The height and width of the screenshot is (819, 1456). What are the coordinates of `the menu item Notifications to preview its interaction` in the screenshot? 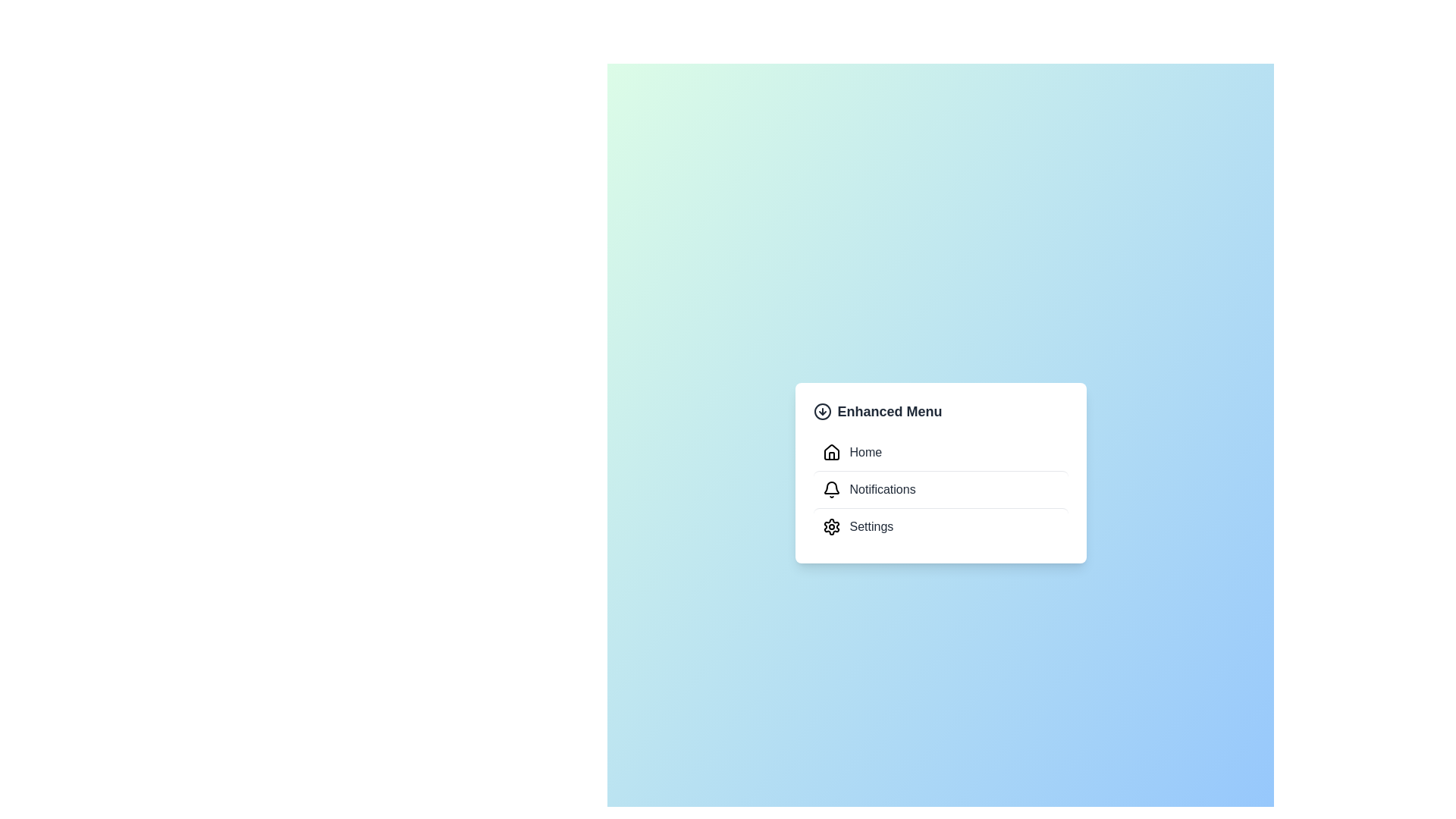 It's located at (940, 489).